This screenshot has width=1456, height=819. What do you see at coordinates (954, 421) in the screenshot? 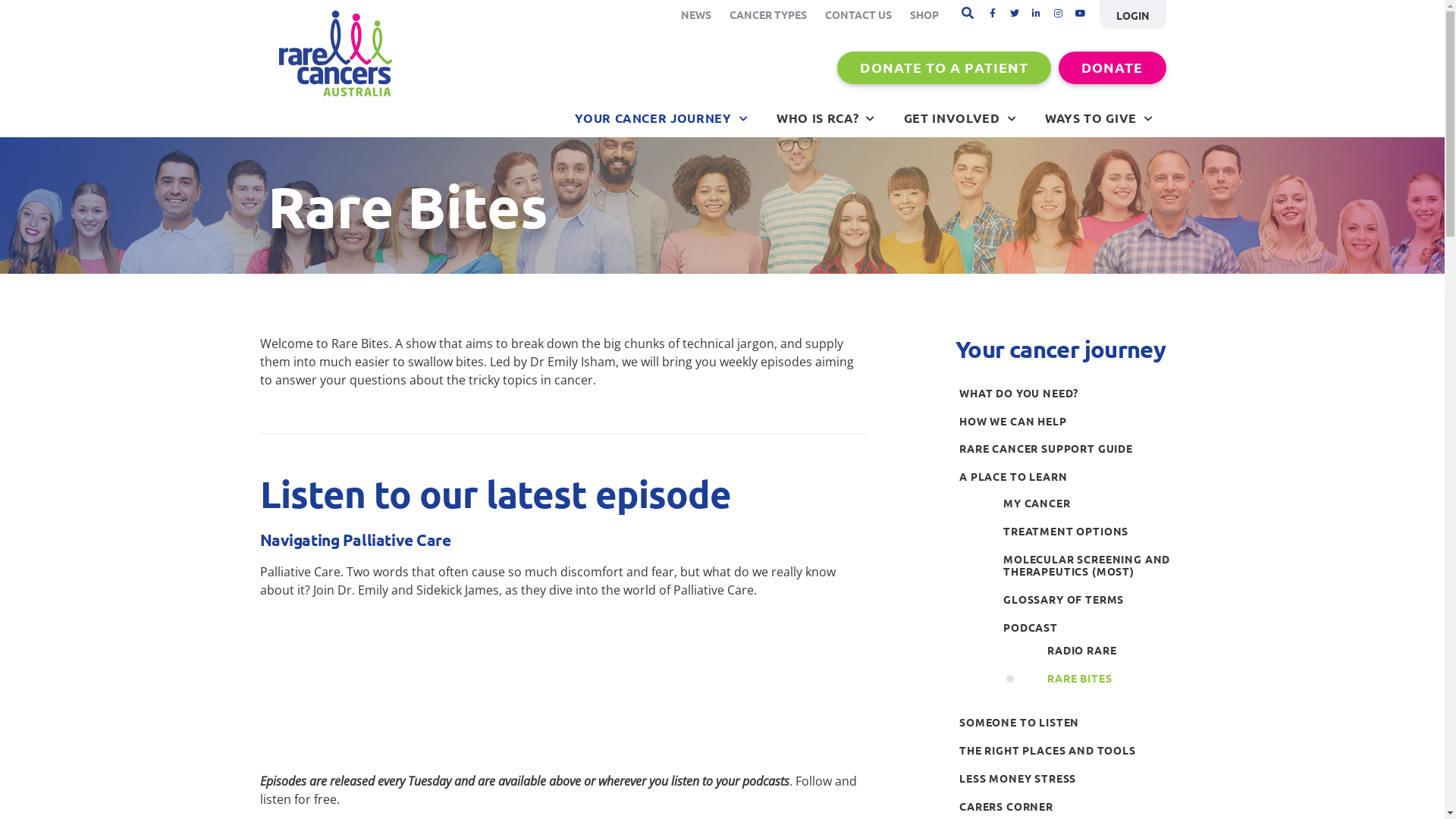
I see `'HOW WE CAN HELP'` at bounding box center [954, 421].